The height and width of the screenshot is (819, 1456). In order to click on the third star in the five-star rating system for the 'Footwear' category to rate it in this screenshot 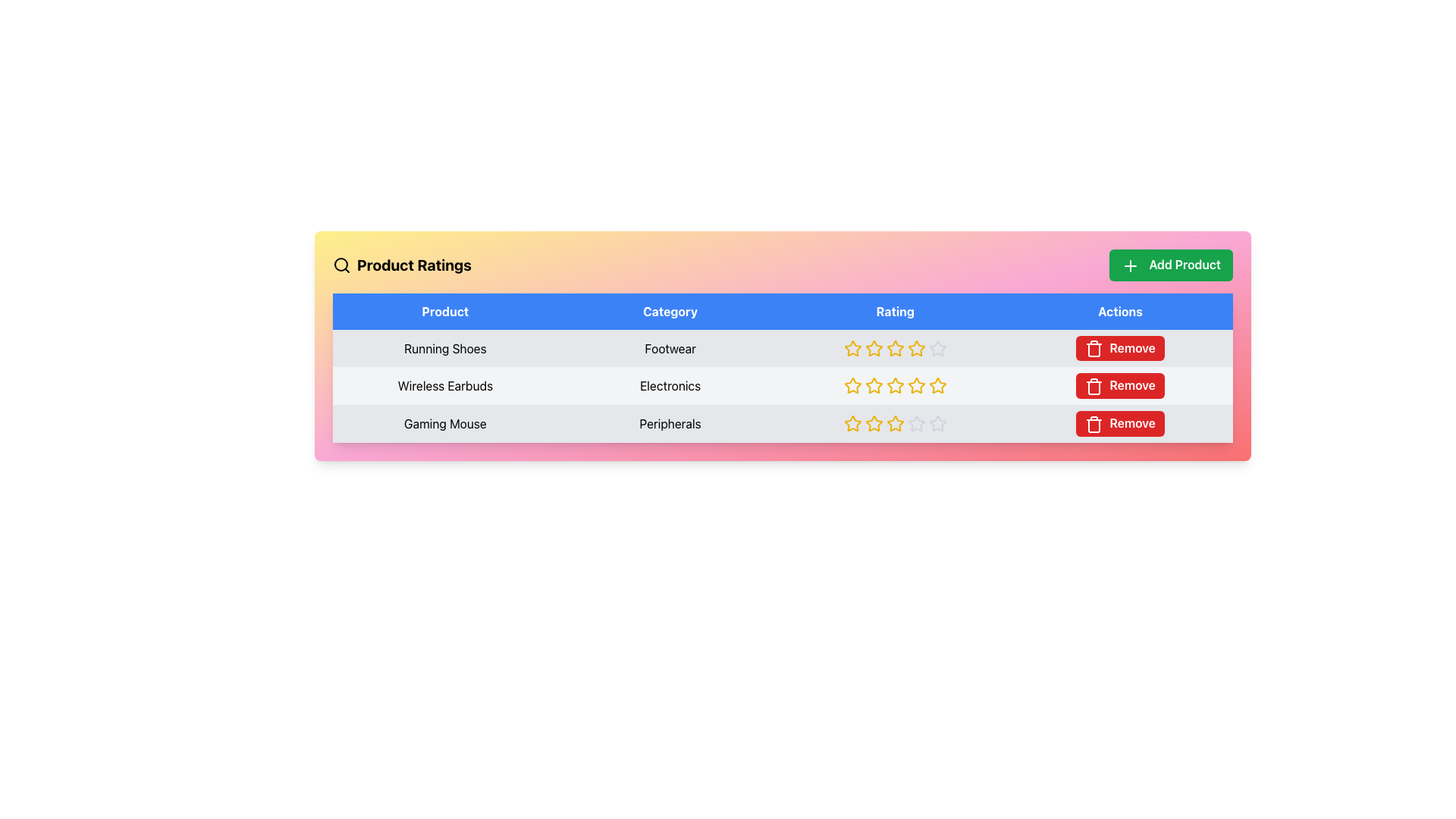, I will do `click(895, 348)`.